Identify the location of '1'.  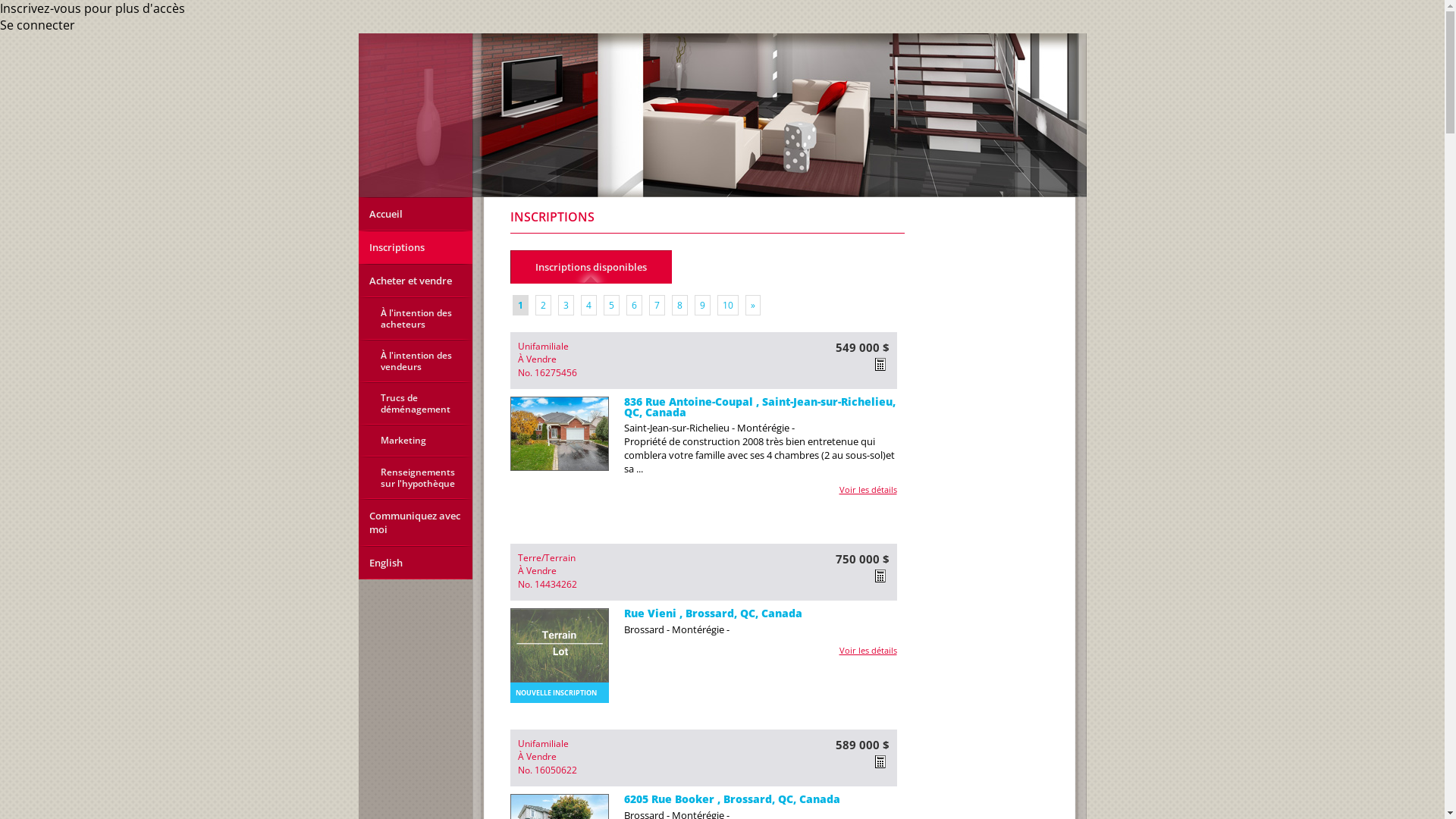
(520, 305).